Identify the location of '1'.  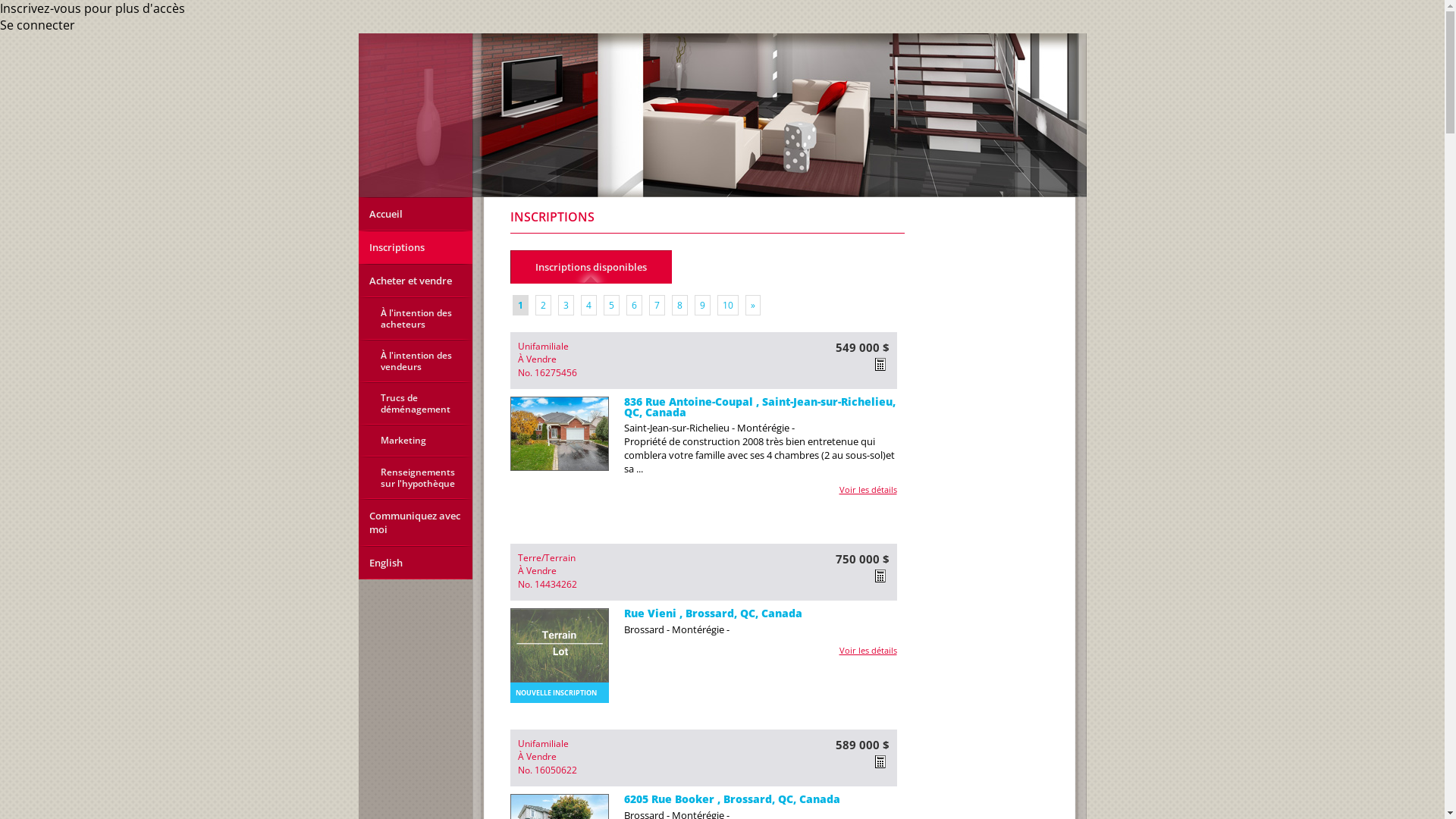
(520, 305).